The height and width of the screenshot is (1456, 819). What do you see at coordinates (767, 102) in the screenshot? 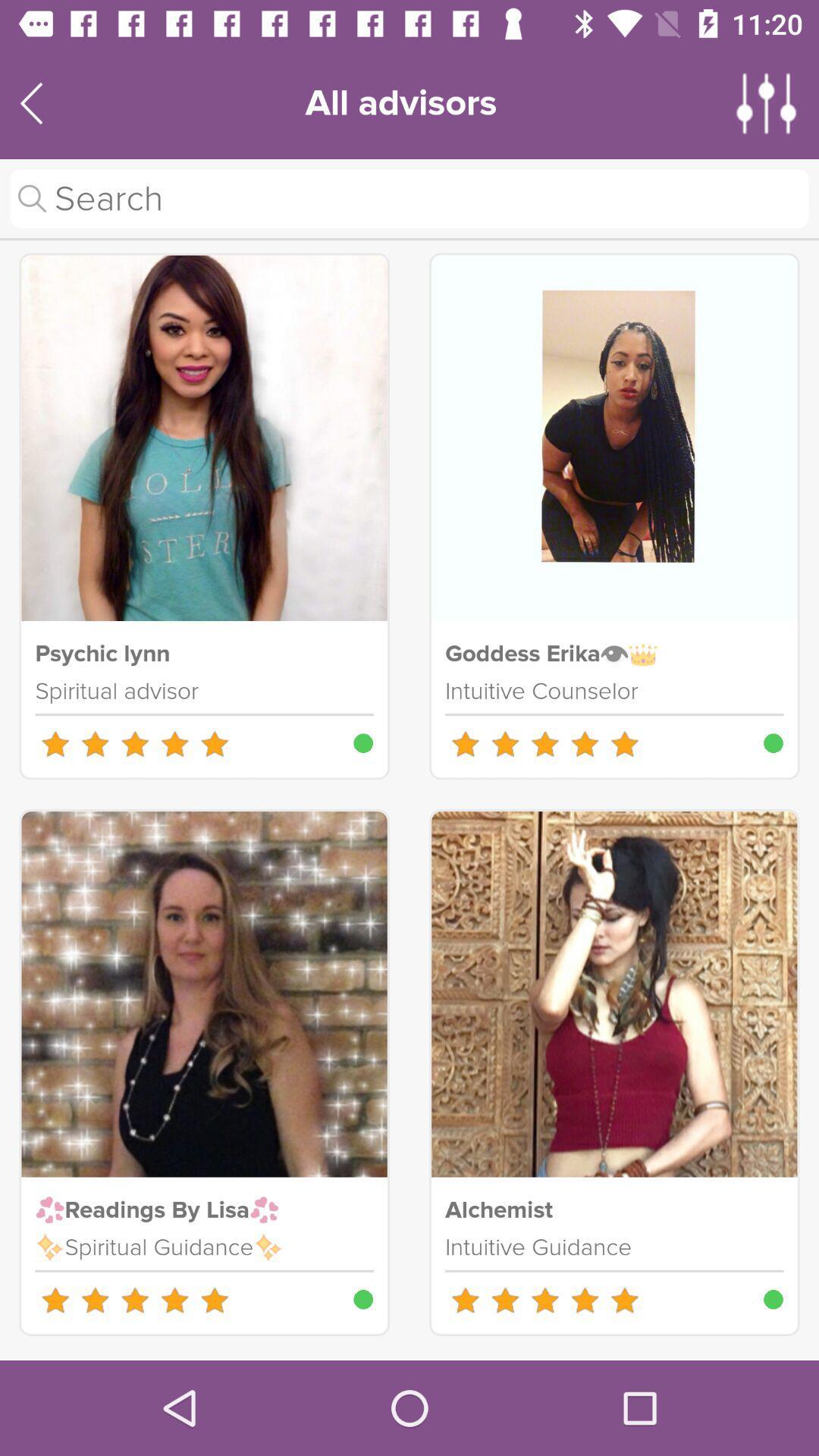
I see `change appearance` at bounding box center [767, 102].